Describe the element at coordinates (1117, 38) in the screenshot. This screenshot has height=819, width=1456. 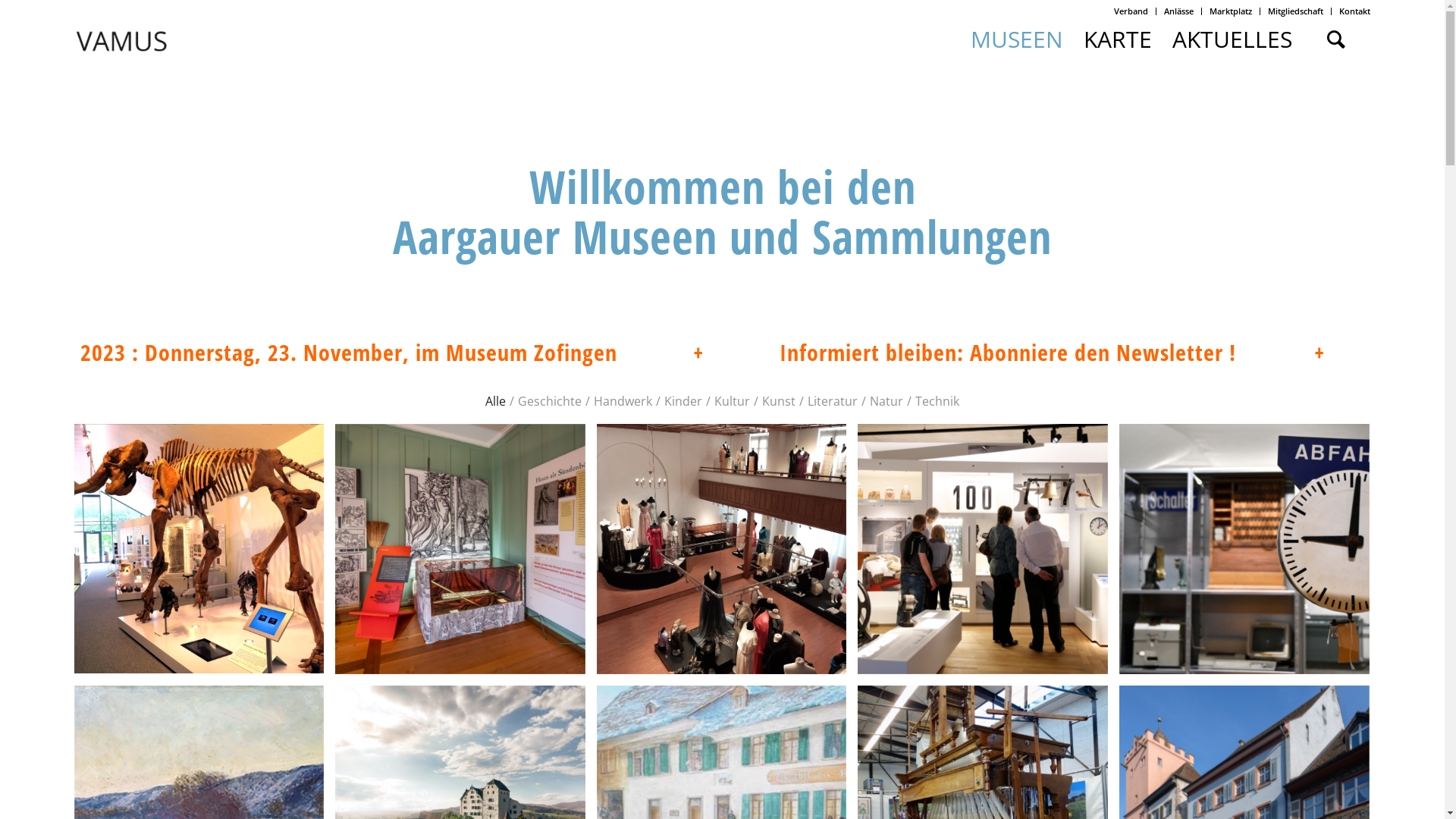
I see `'KARTE'` at that location.